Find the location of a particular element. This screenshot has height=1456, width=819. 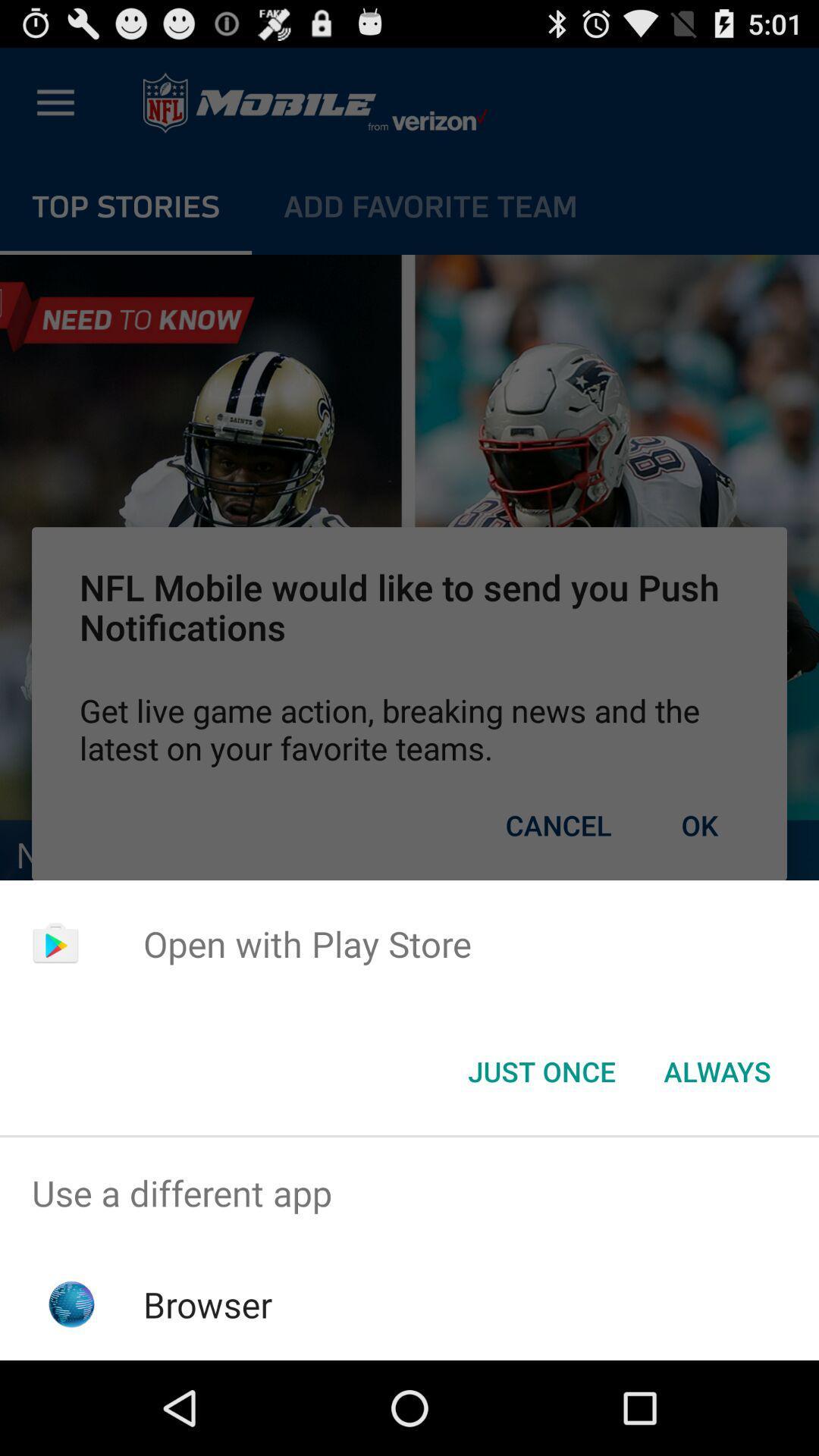

the icon next to the always button is located at coordinates (541, 1070).